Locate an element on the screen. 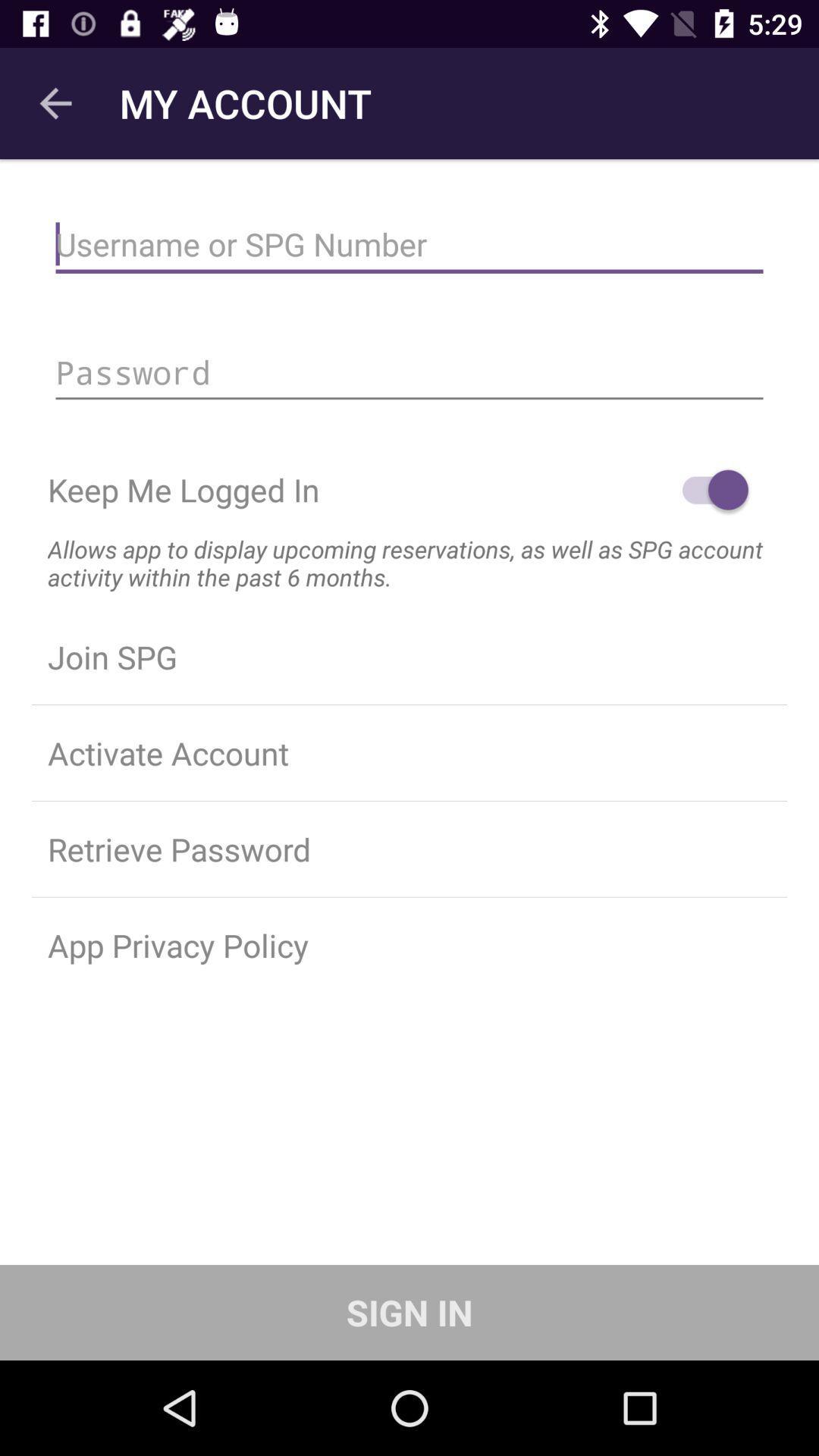  the icon to the right of the keep me logged item is located at coordinates (708, 490).